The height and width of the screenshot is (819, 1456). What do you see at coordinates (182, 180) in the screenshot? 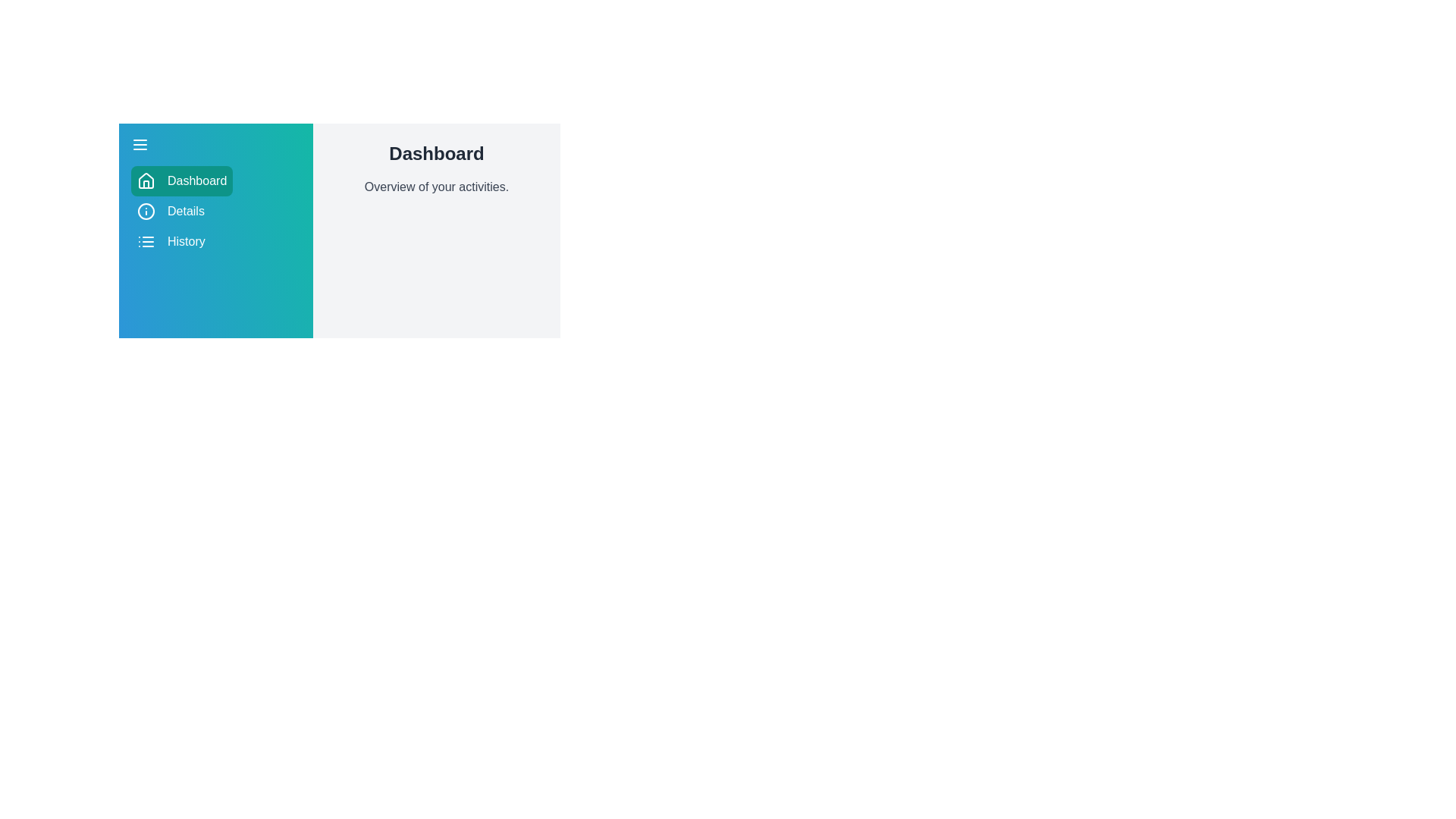
I see `the Dashboard section by clicking its corresponding button in the sidebar` at bounding box center [182, 180].